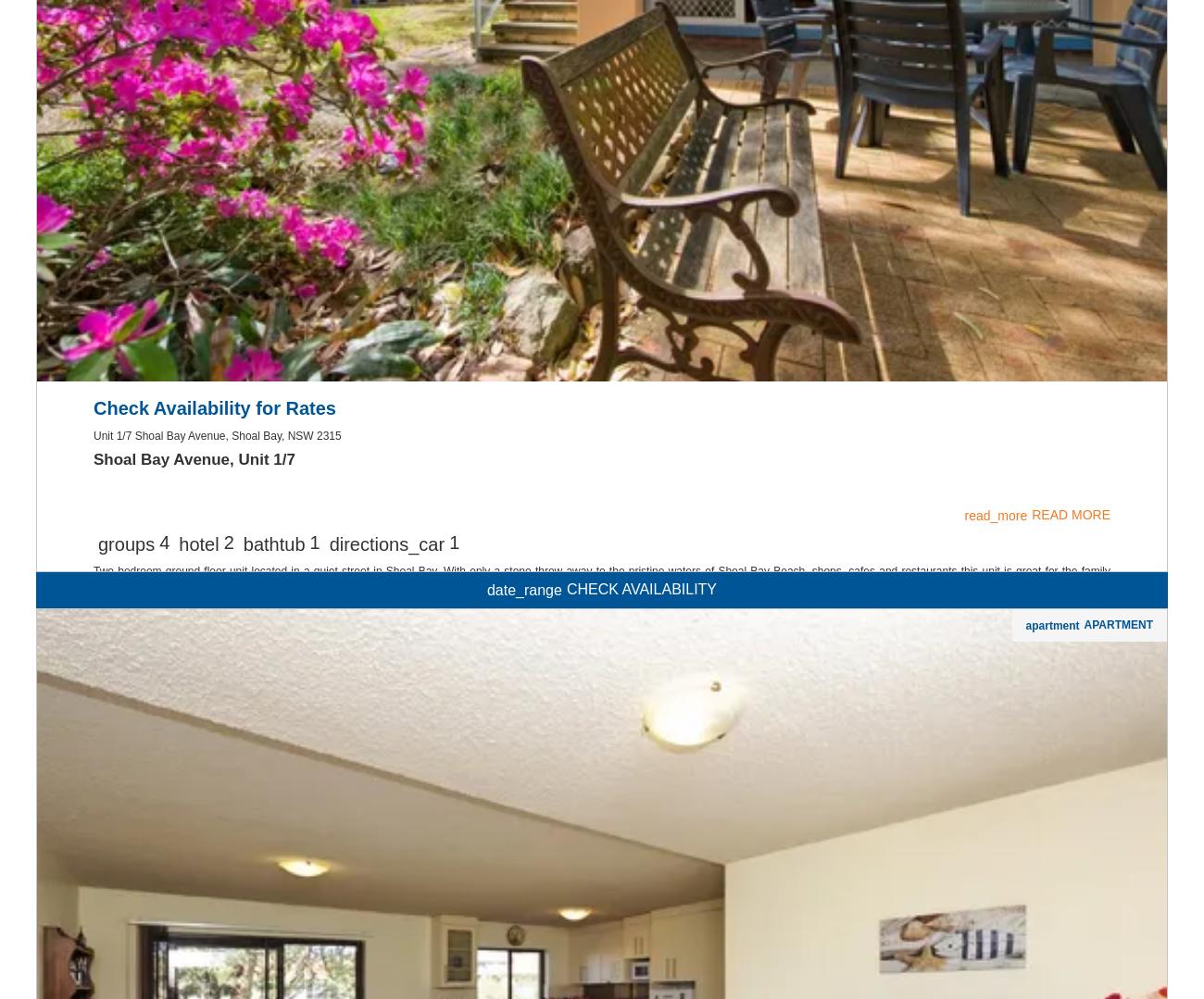 The height and width of the screenshot is (999, 1204). I want to click on '2', so click(227, 780).